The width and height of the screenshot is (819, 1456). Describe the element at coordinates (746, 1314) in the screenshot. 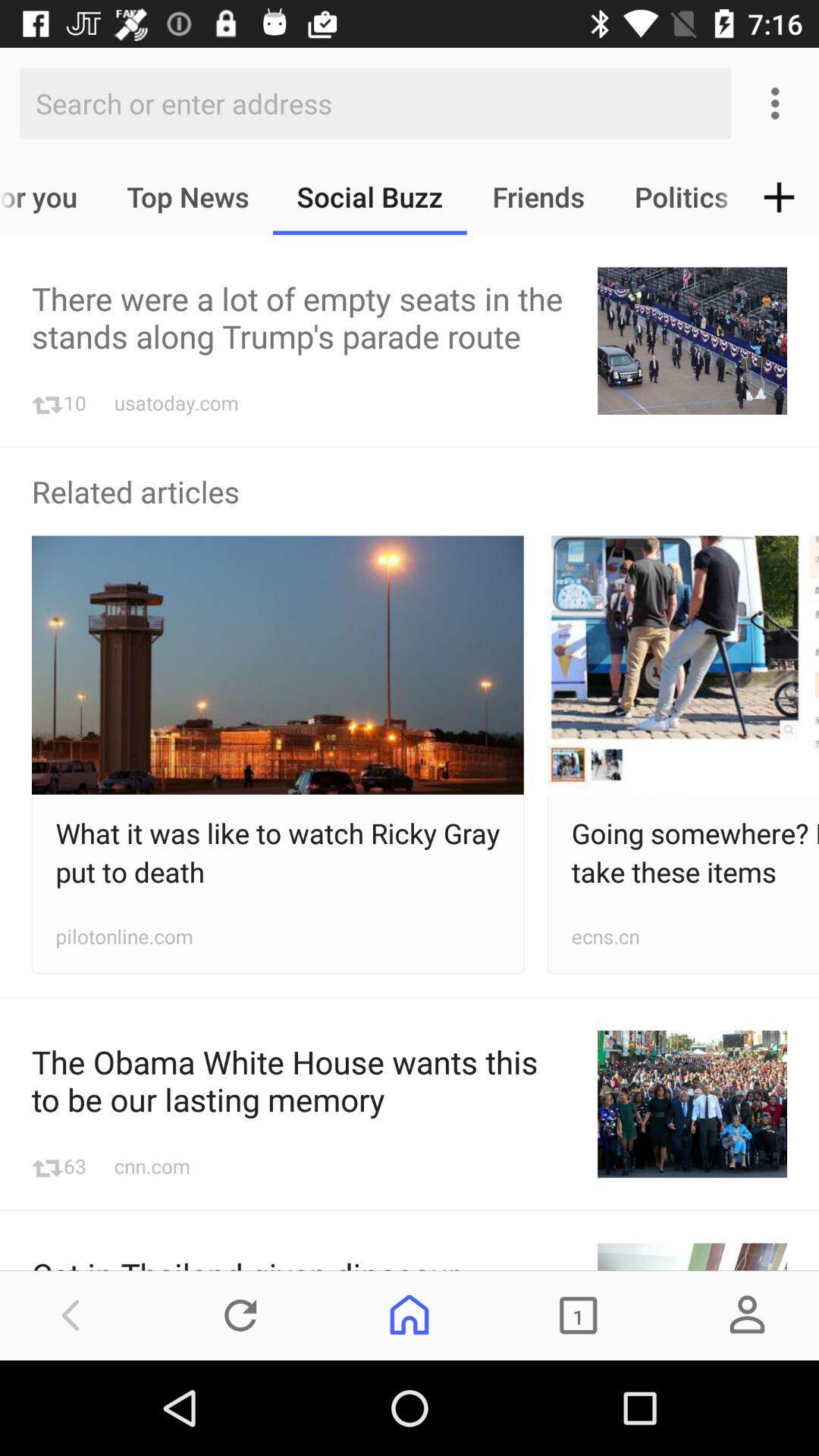

I see `the avatar icon` at that location.